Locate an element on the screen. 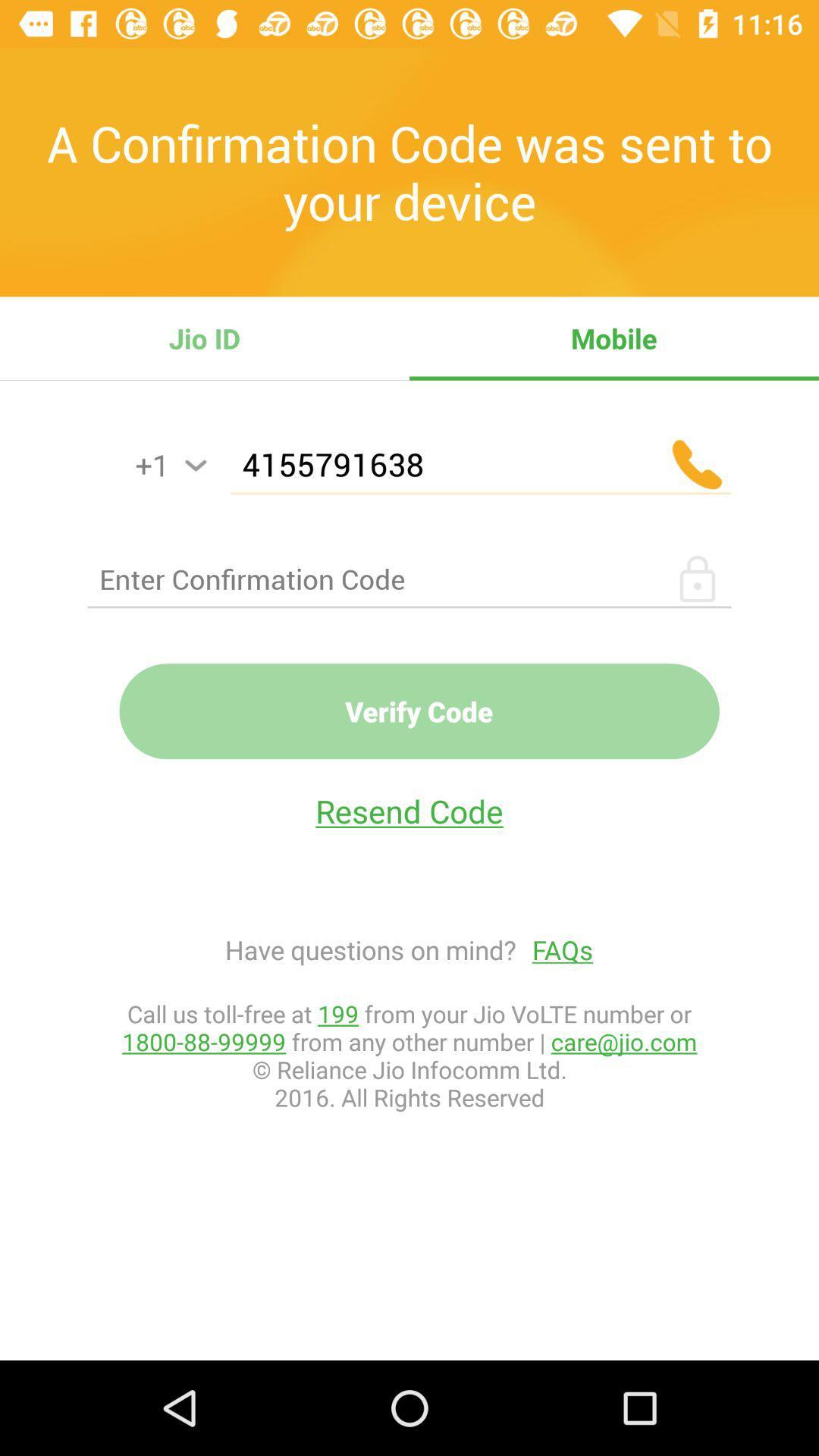 Image resolution: width=819 pixels, height=1456 pixels. item to the right of the +1 icon is located at coordinates (195, 465).